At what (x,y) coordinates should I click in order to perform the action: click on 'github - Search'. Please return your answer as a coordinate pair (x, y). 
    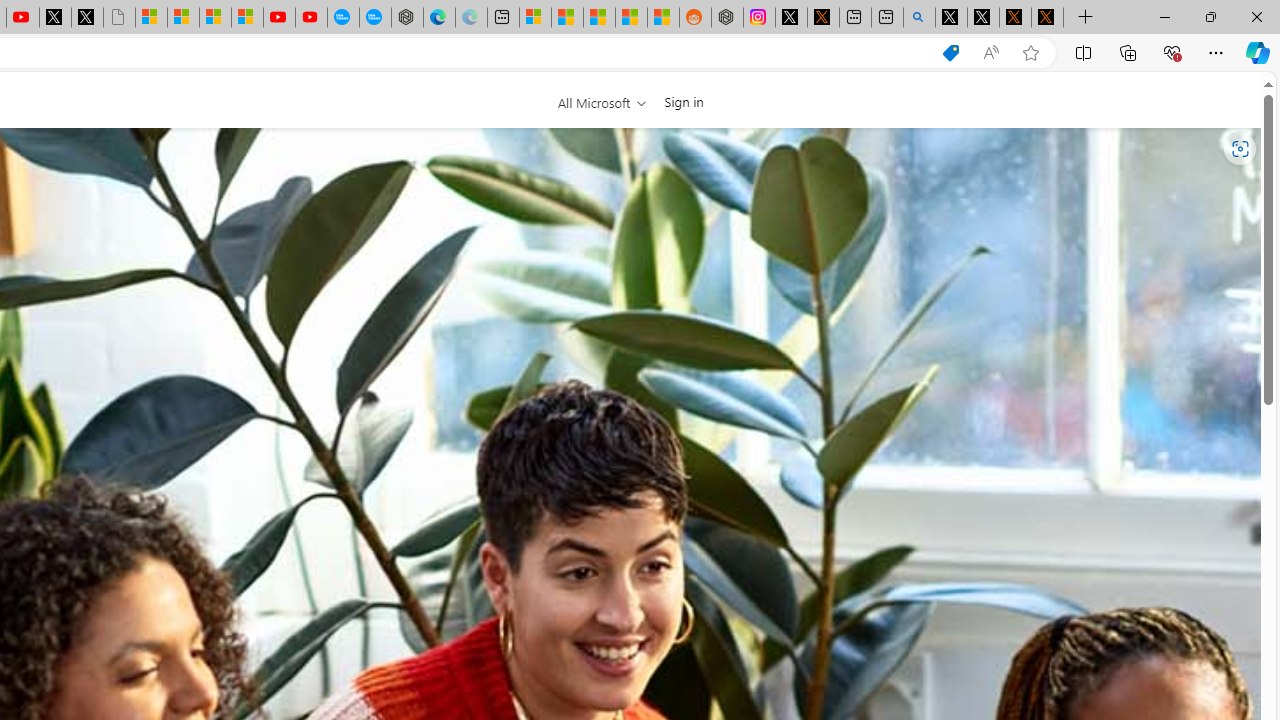
    Looking at the image, I should click on (918, 17).